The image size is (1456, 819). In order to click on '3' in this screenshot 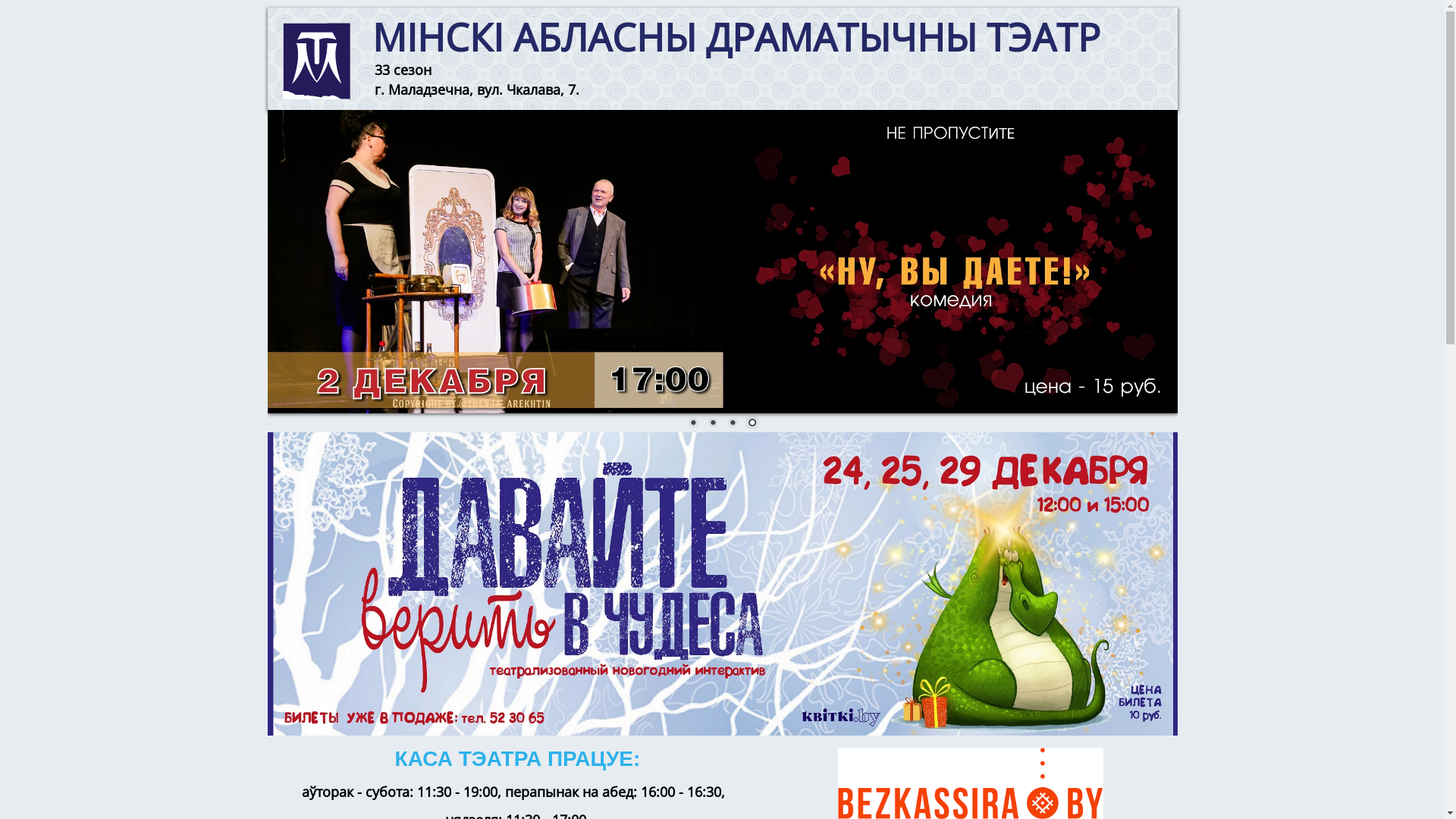, I will do `click(731, 424)`.